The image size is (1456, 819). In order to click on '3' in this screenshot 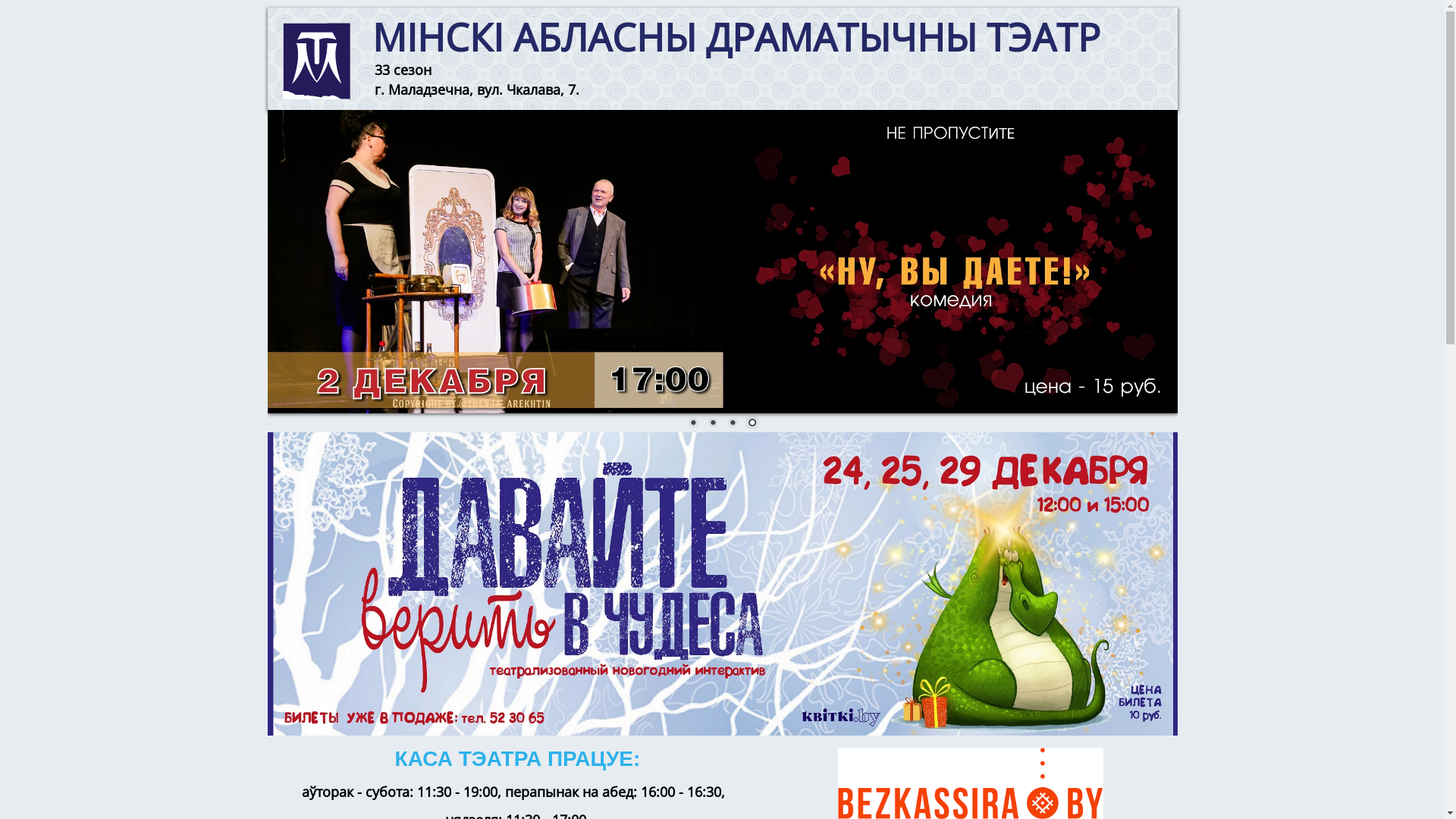, I will do `click(731, 424)`.